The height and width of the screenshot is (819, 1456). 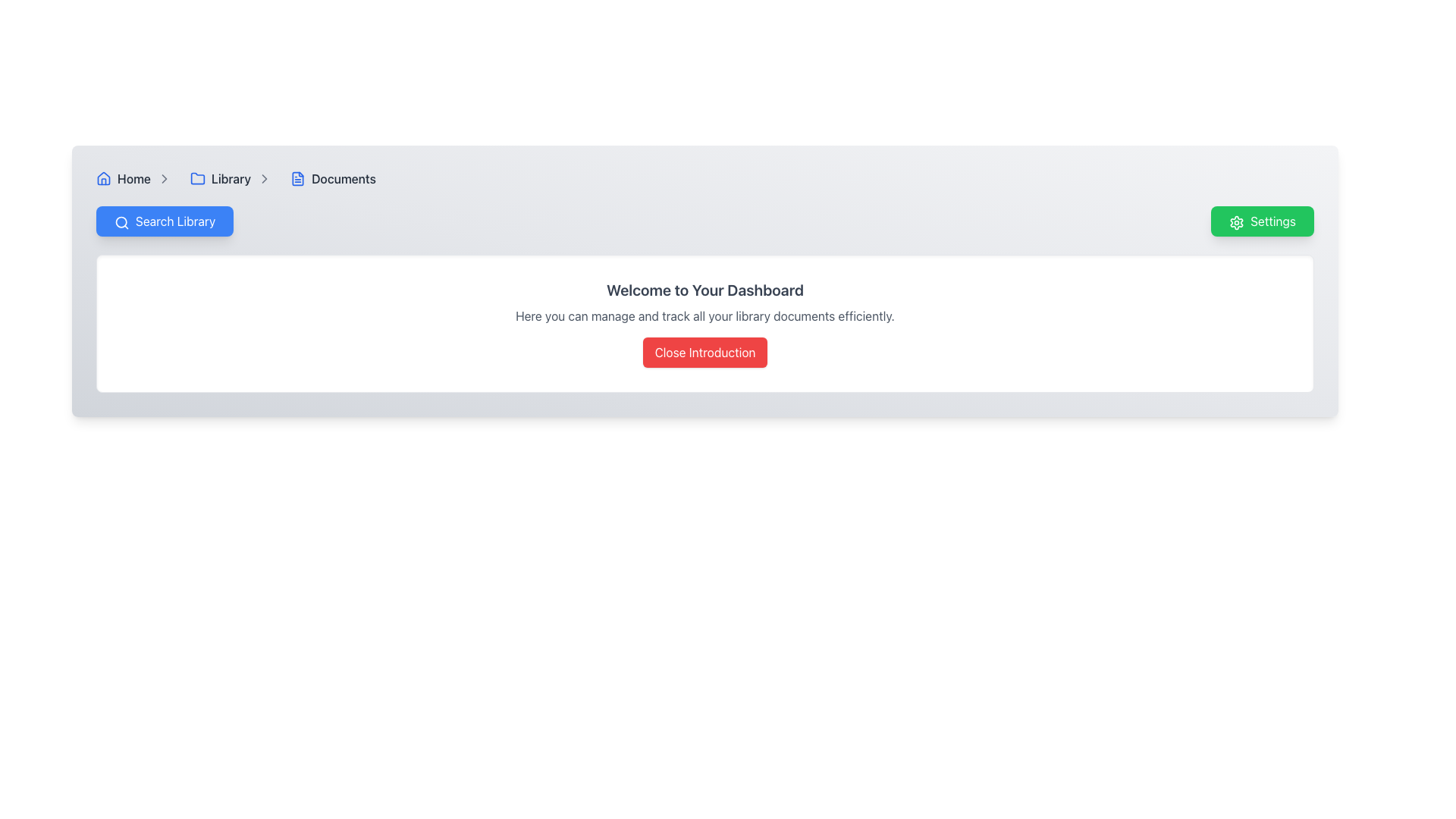 I want to click on the gear-shaped icon located on the left-hand side of the 'Settings' button at the top-right corner of the interface, so click(x=1237, y=222).